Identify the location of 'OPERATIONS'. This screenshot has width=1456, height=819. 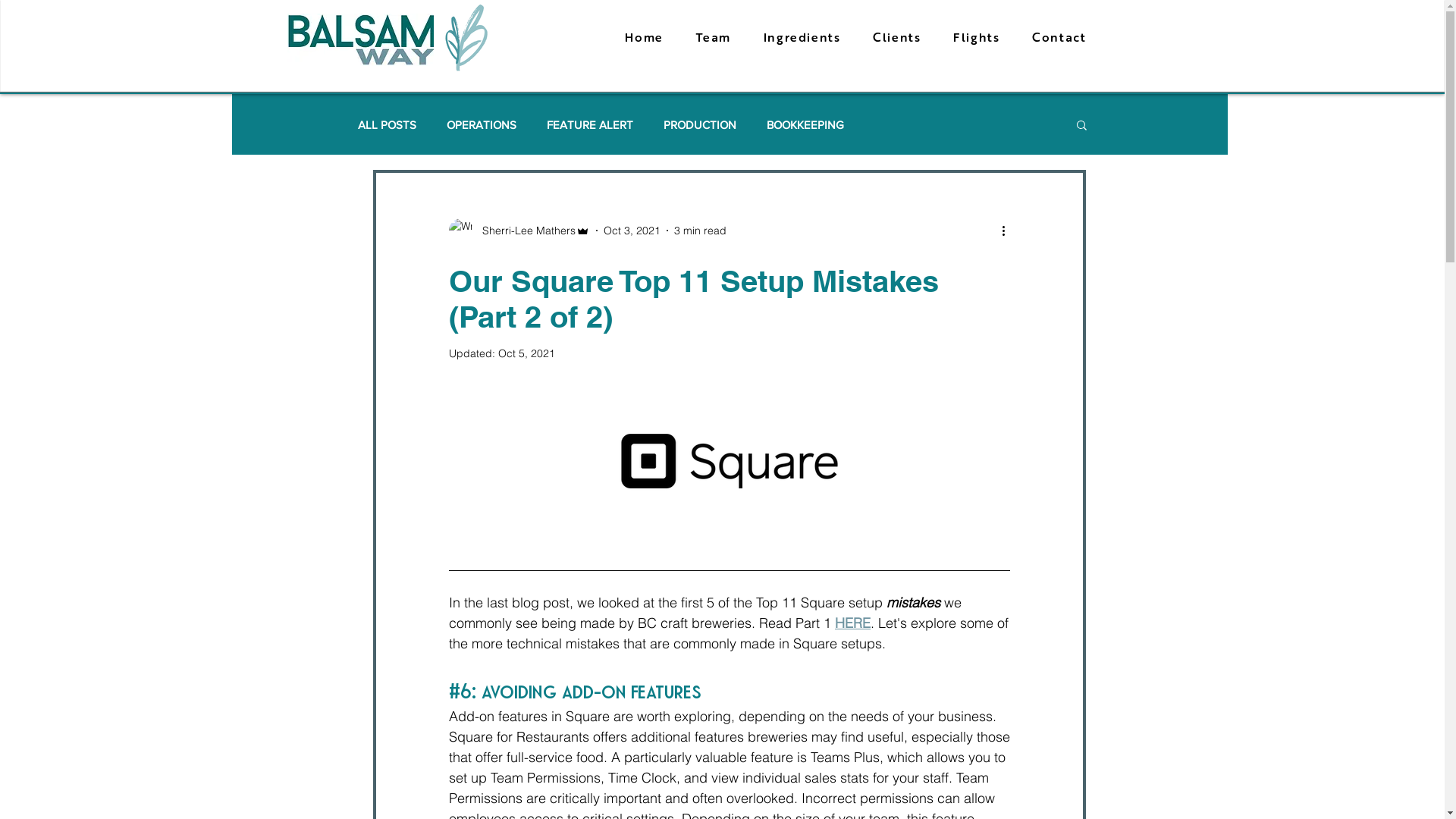
(480, 124).